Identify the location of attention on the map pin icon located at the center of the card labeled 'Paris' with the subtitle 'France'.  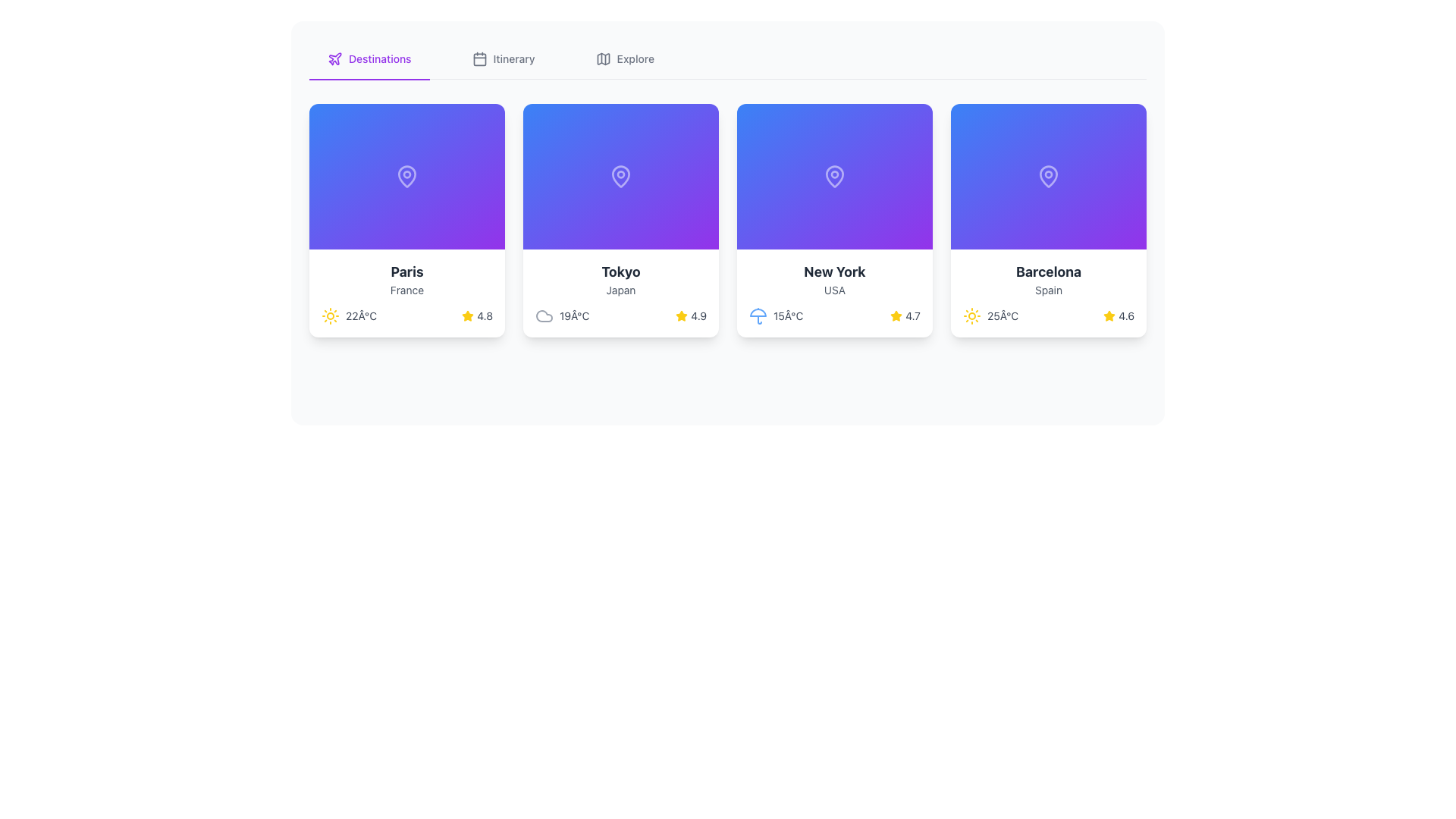
(407, 175).